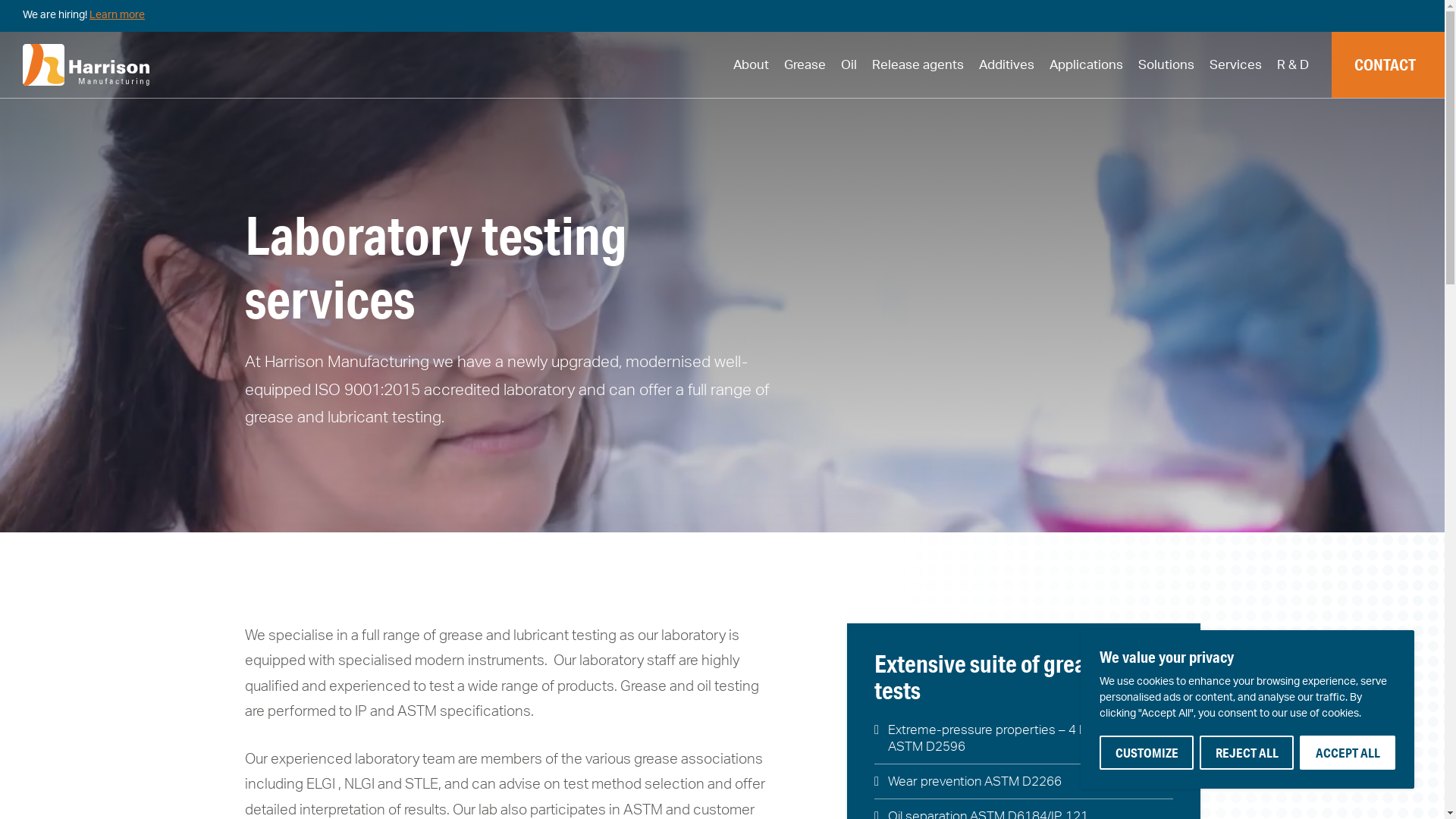 The image size is (1456, 819). I want to click on 'R & D', so click(1291, 64).